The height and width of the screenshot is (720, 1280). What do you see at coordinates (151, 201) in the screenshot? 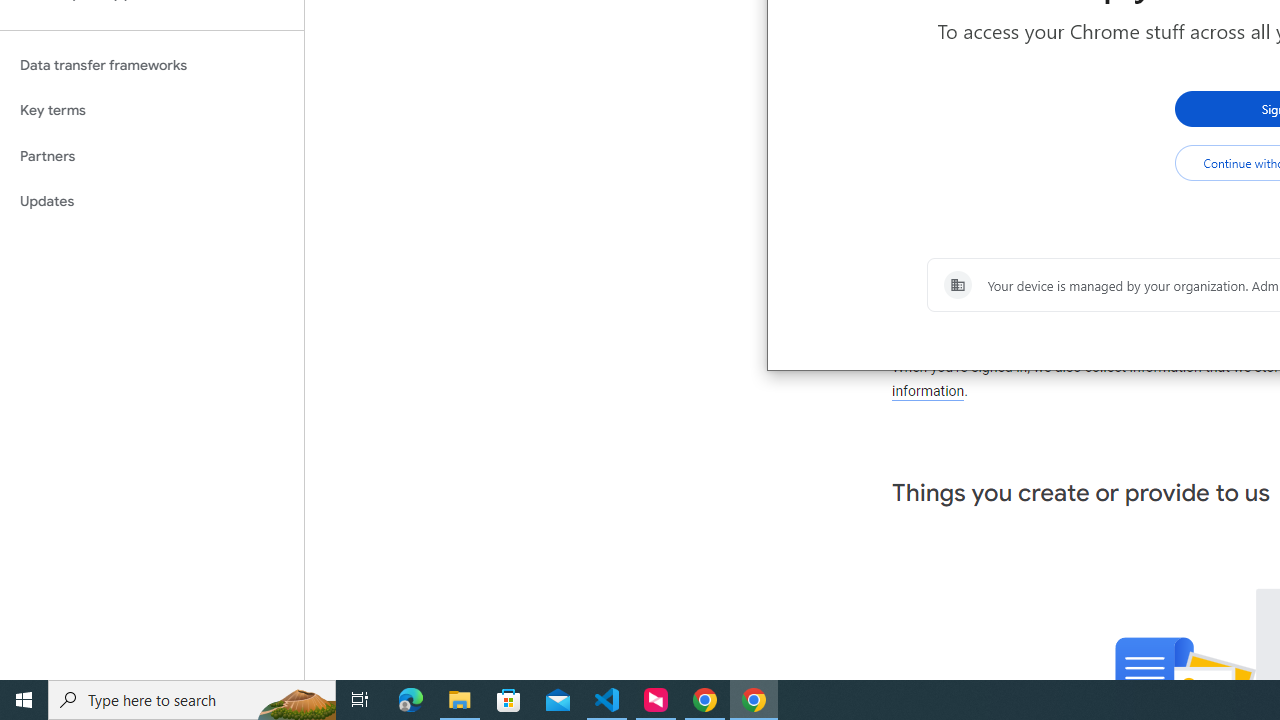
I see `'Updates'` at bounding box center [151, 201].